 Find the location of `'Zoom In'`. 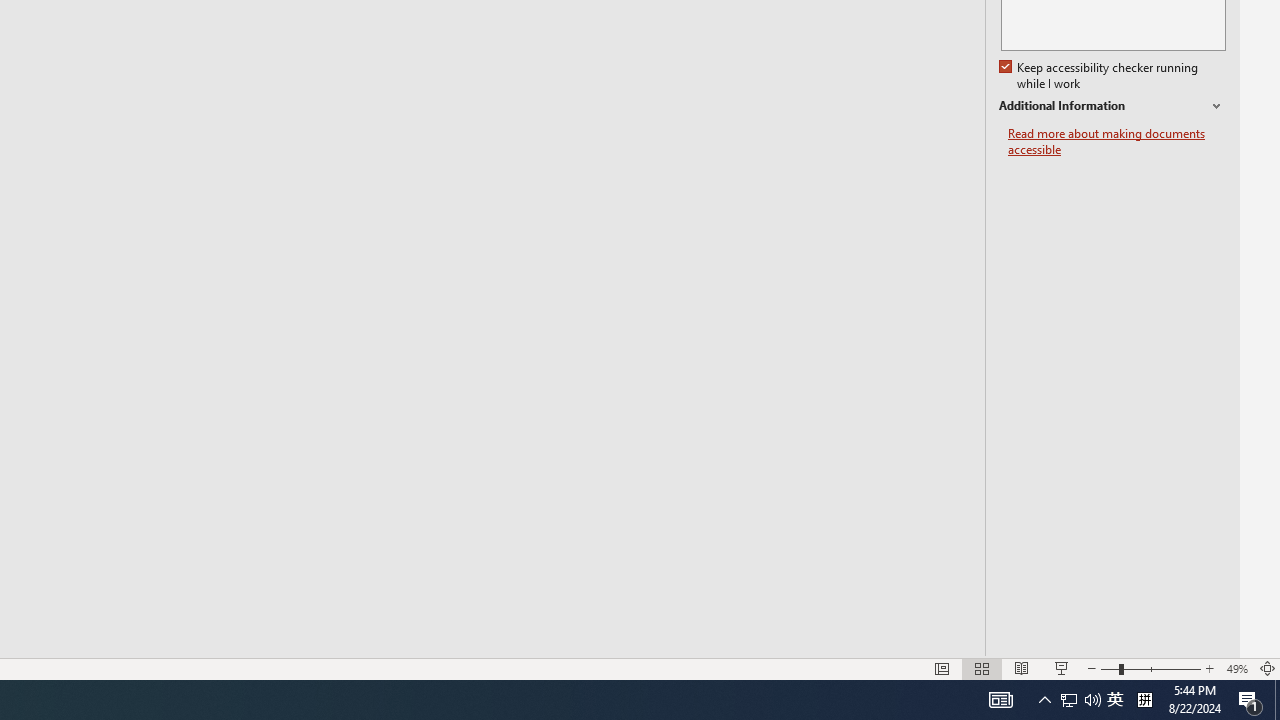

'Zoom In' is located at coordinates (1208, 669).